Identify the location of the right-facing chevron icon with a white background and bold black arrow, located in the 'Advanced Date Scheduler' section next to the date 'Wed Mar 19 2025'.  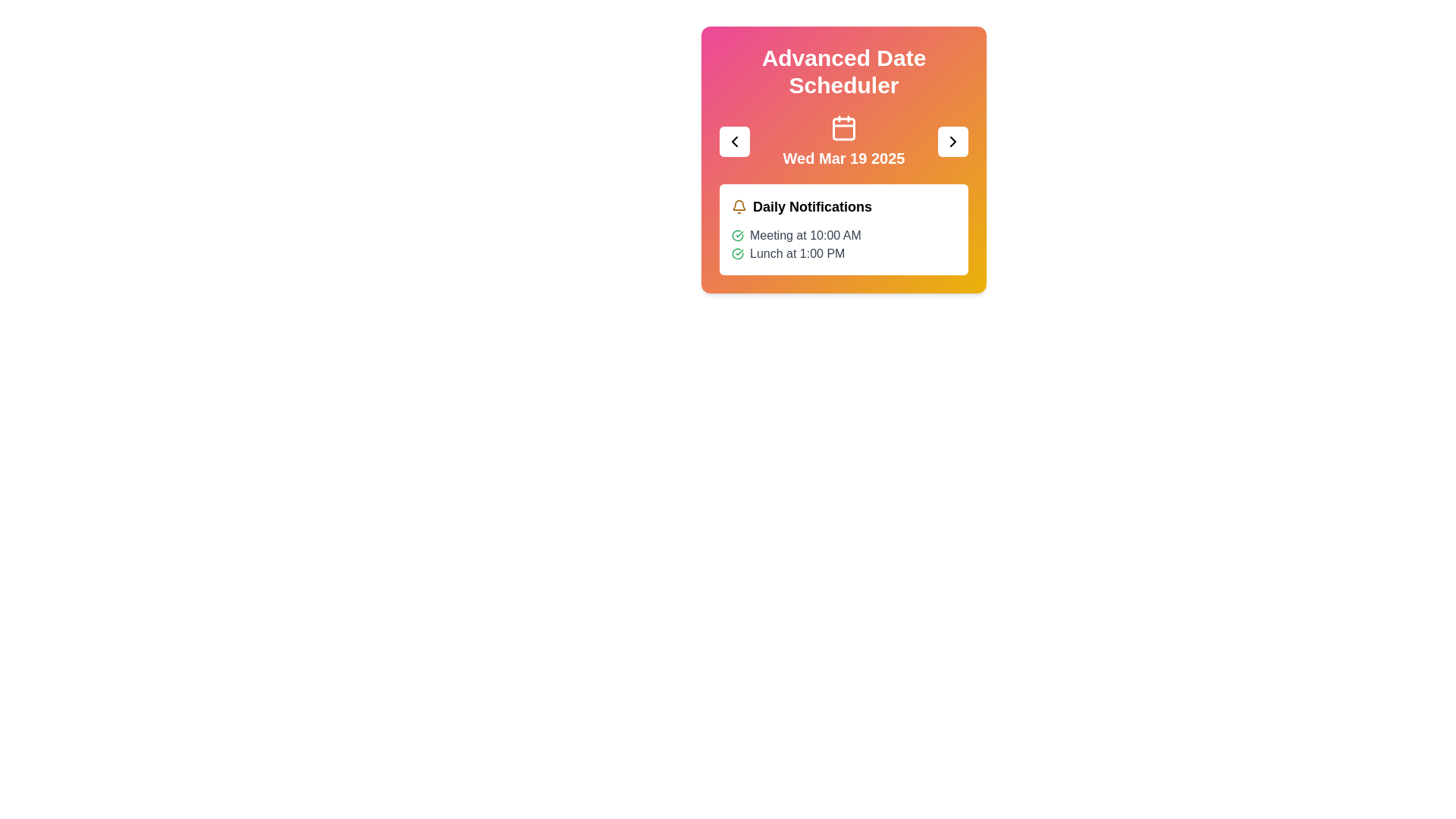
(952, 141).